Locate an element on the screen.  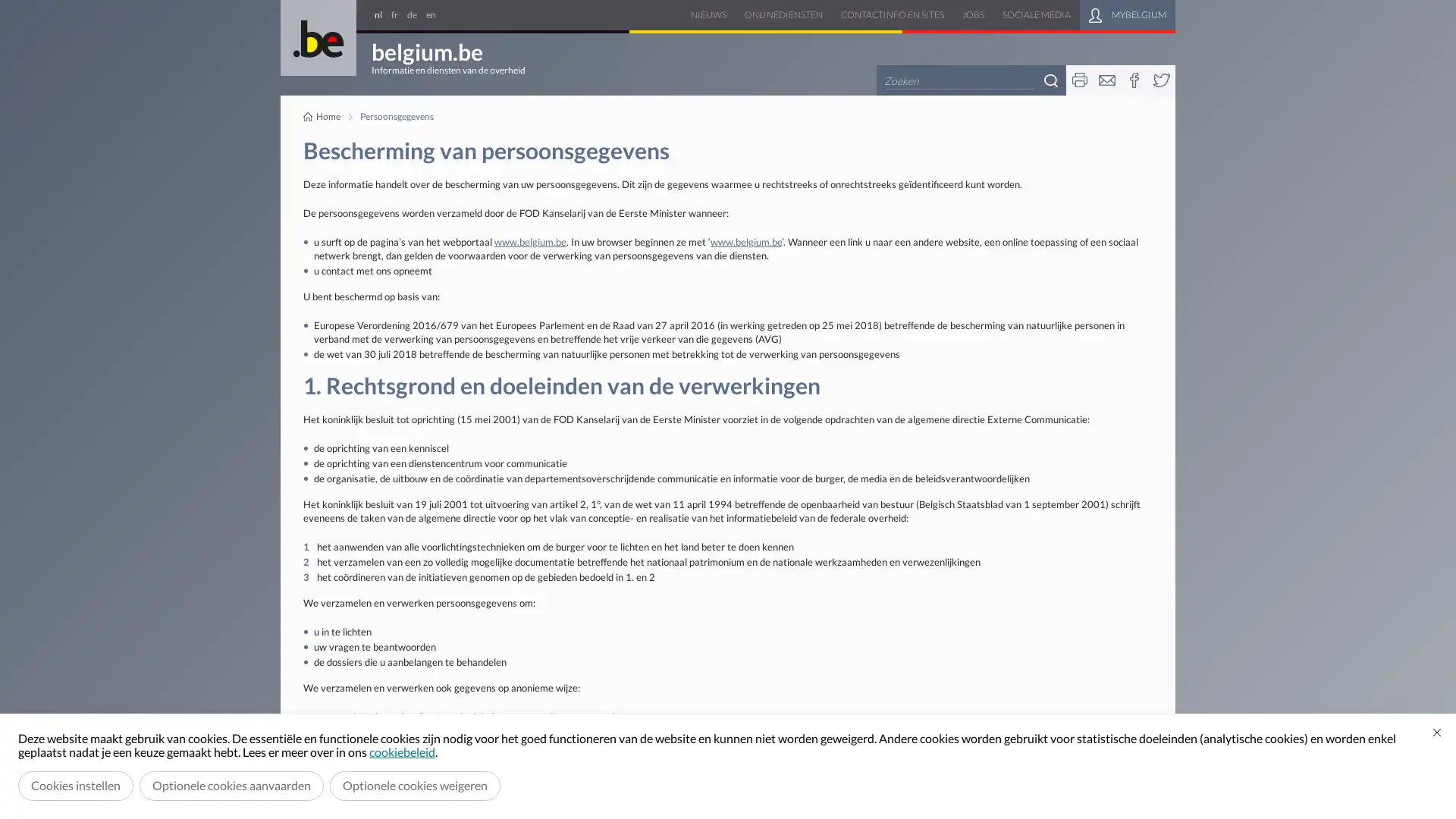
Sluiten is located at coordinates (1436, 731).